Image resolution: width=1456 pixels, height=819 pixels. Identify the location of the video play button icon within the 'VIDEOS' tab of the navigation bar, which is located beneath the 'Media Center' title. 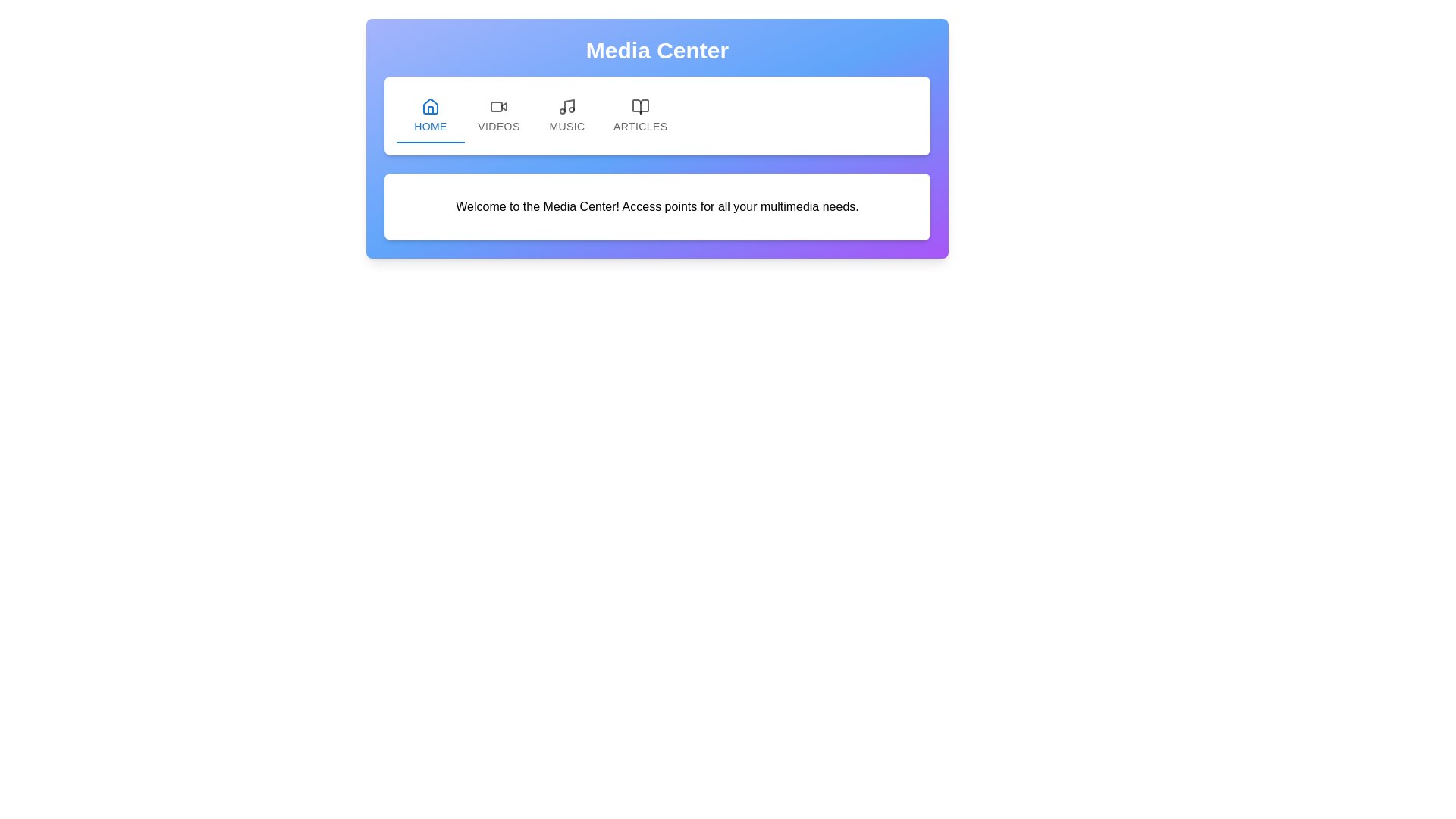
(504, 106).